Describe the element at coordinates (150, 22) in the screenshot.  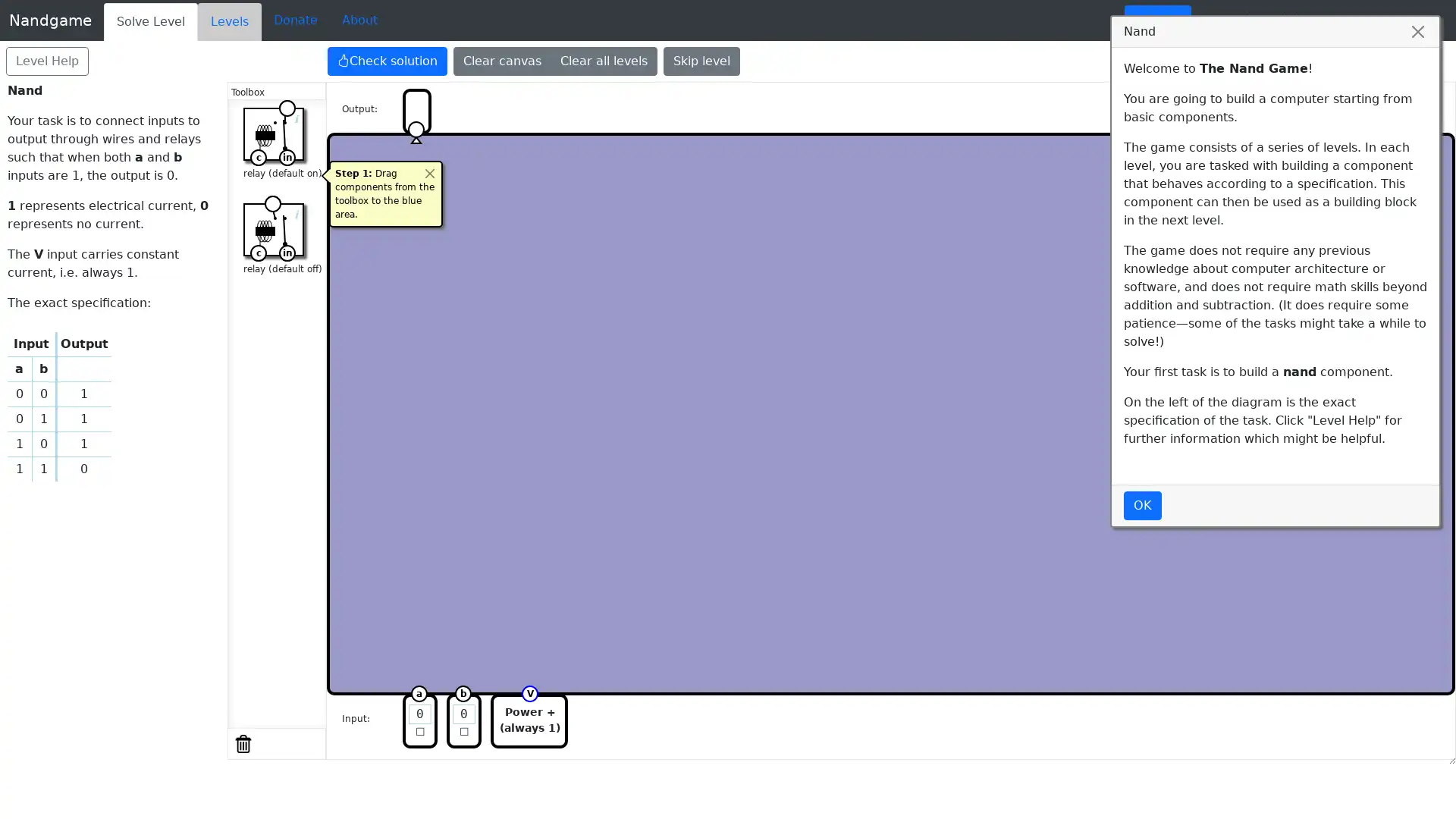
I see `Solve Level` at that location.